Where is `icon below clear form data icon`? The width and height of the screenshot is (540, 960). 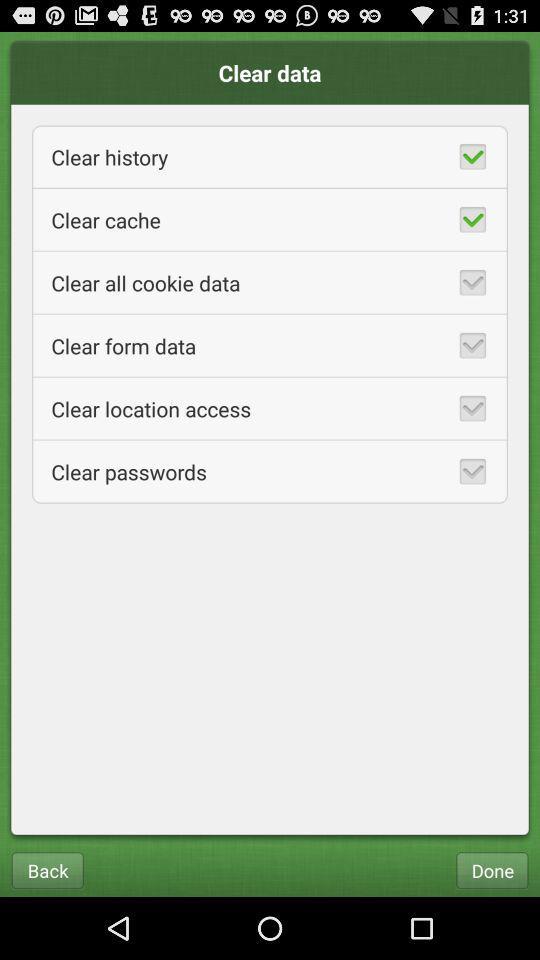
icon below clear form data icon is located at coordinates (270, 407).